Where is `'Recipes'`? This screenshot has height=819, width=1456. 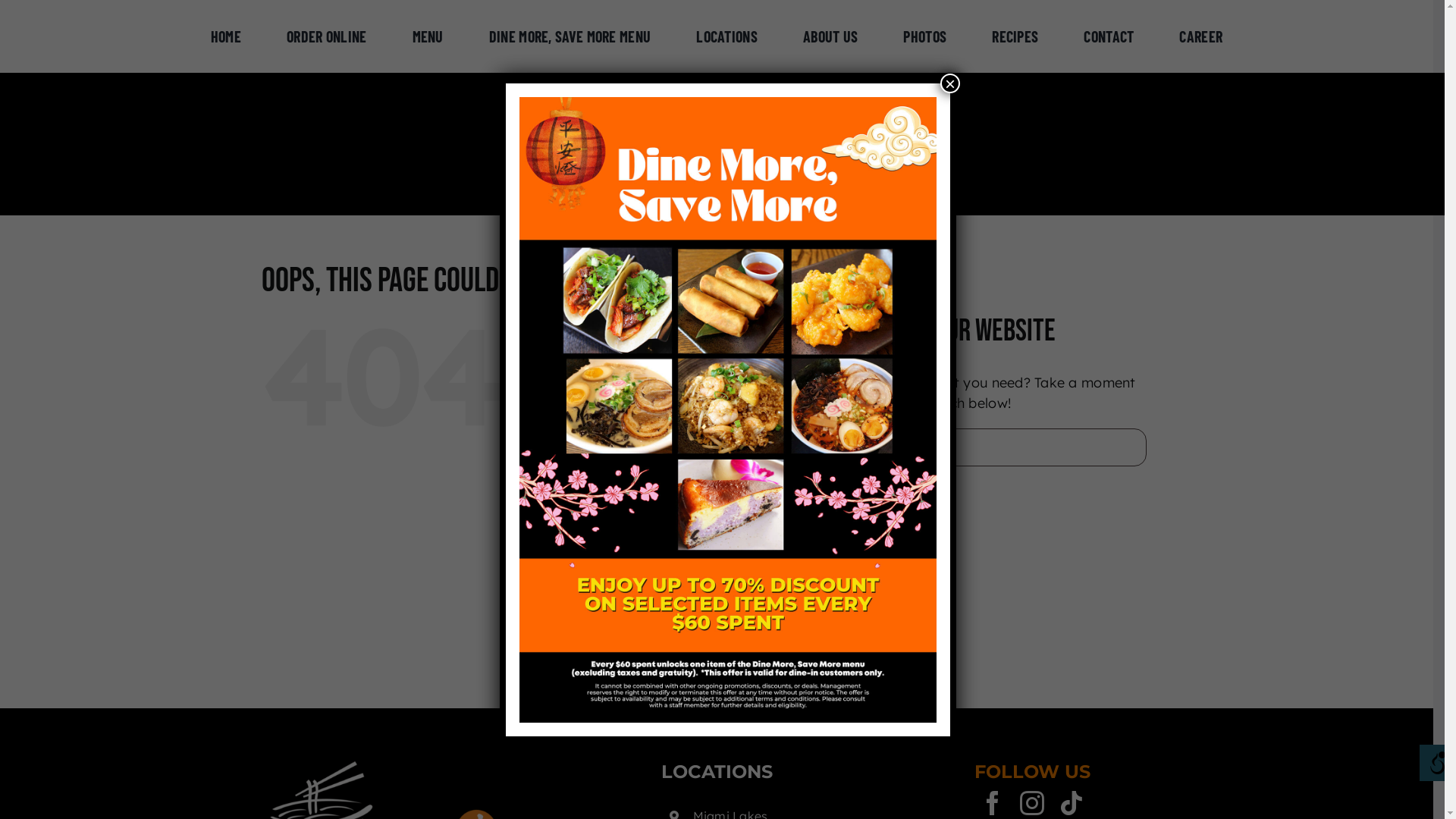
'Recipes' is located at coordinates (660, 589).